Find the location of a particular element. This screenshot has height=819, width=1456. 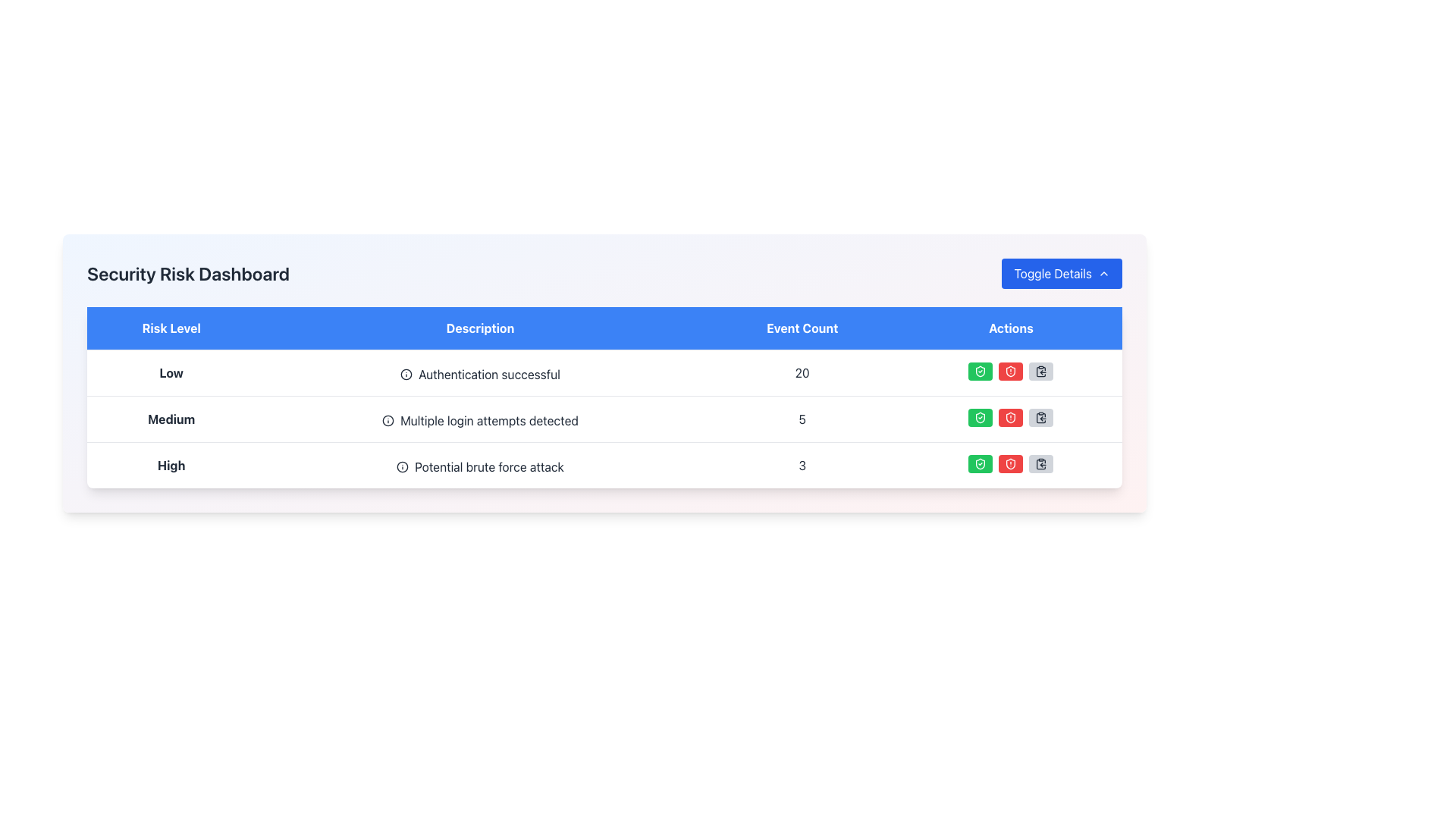

the information icon displayed as part of a notification that indicates 'Authentication successful' in the first row of the table, located in the 'Description' column is located at coordinates (406, 374).